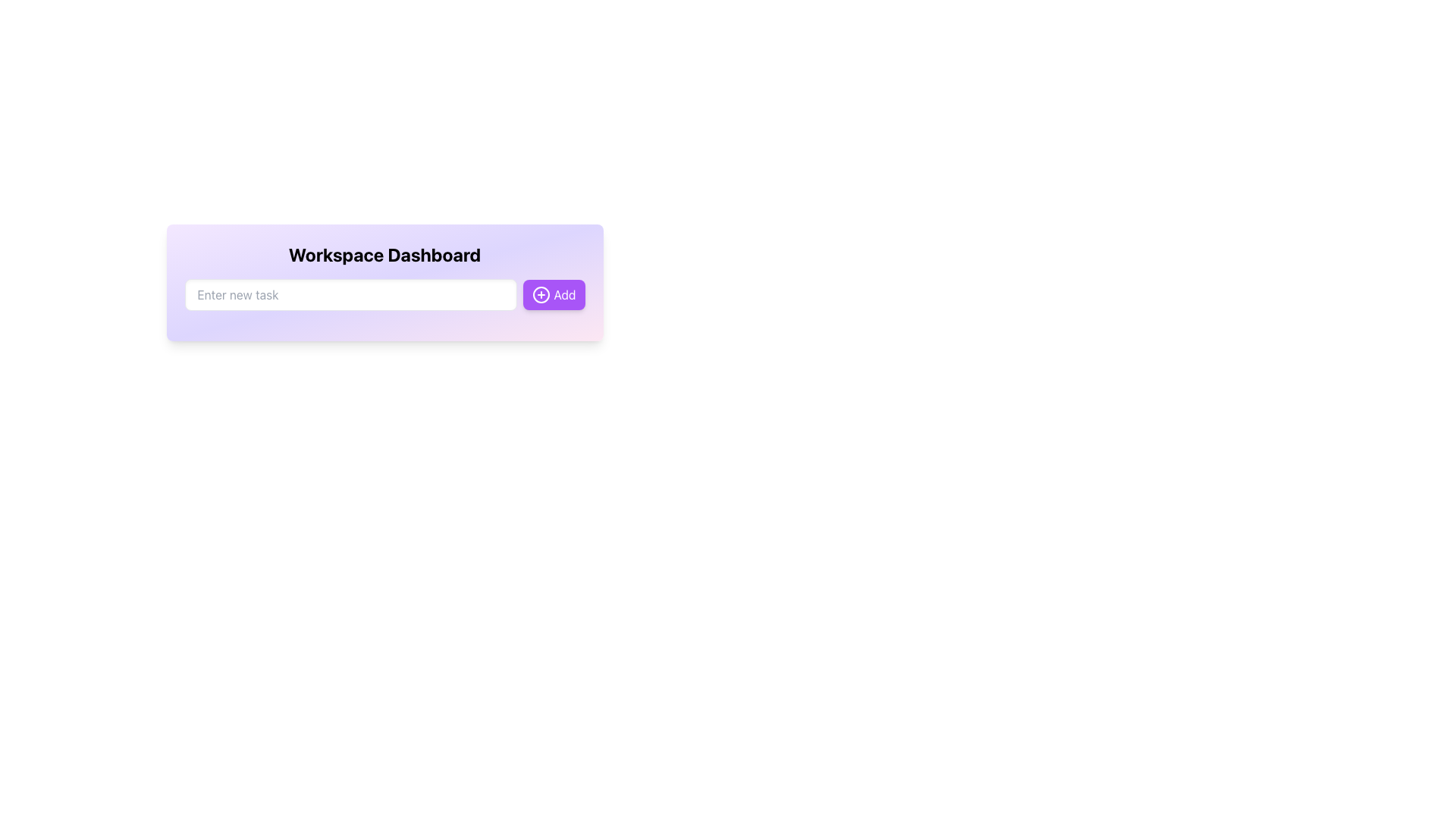 The image size is (1456, 819). What do you see at coordinates (541, 295) in the screenshot?
I see `the circular icon with a plus symbol inside, which has a purple background and white plus, located to the left of the 'Add' text in the top-right corner of the task entry area` at bounding box center [541, 295].